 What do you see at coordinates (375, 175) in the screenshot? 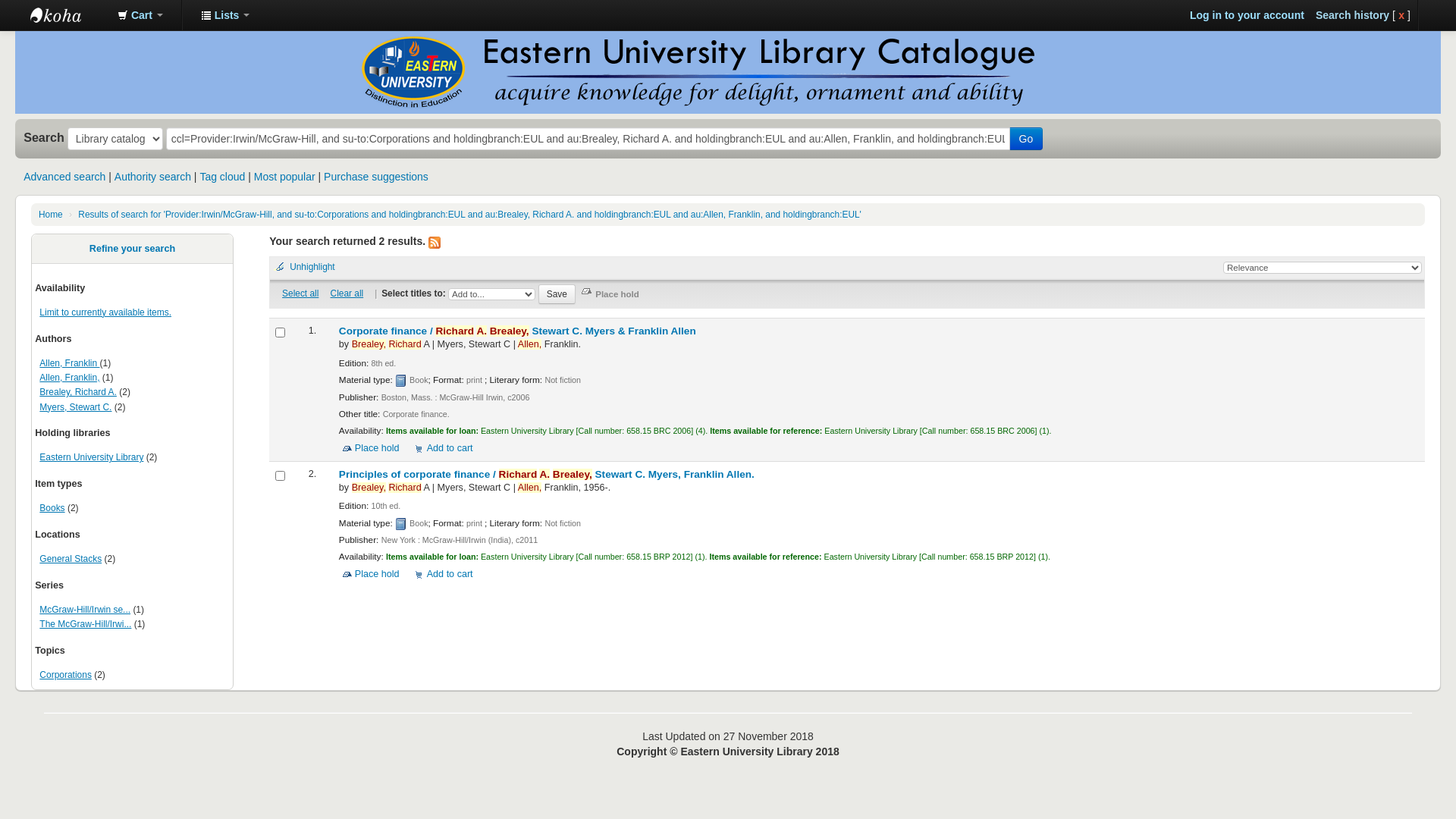
I see `'Purchase suggestions'` at bounding box center [375, 175].